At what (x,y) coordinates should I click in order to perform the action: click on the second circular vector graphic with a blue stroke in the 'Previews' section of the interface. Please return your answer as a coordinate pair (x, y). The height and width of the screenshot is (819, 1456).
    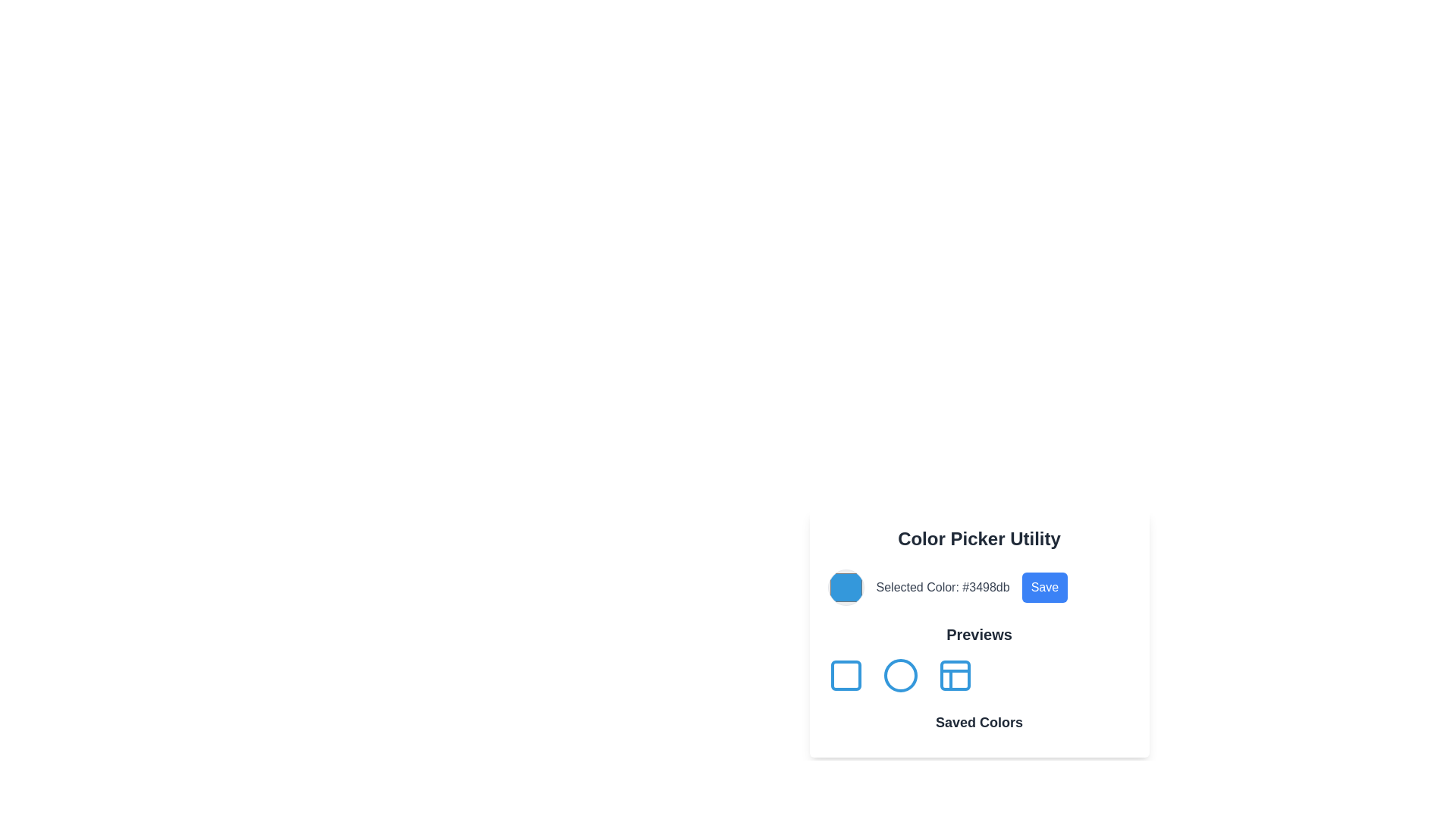
    Looking at the image, I should click on (900, 675).